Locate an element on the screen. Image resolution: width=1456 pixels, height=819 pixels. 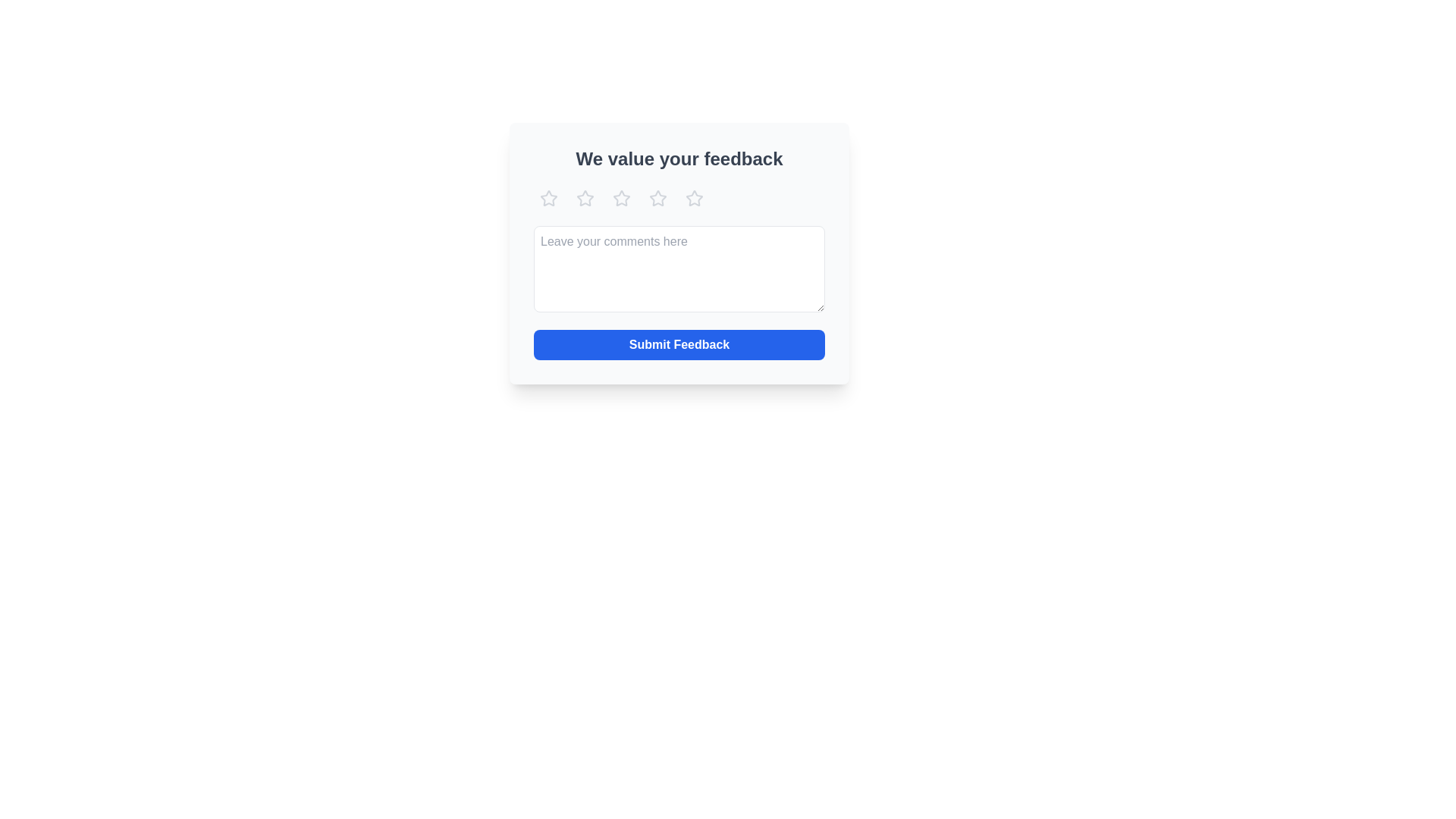
the fifth star icon in the rating system is located at coordinates (694, 198).